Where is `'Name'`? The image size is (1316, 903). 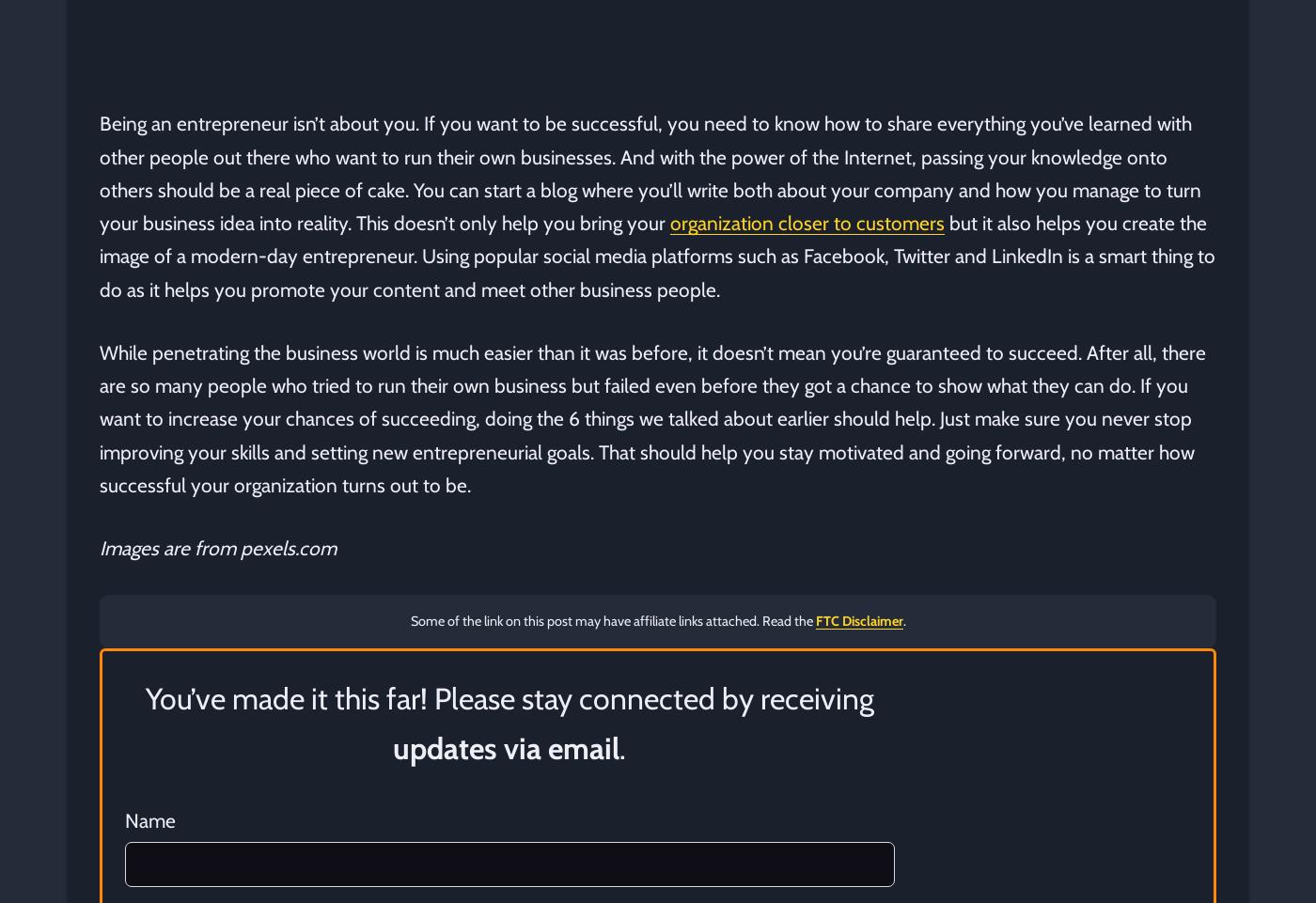 'Name' is located at coordinates (150, 819).